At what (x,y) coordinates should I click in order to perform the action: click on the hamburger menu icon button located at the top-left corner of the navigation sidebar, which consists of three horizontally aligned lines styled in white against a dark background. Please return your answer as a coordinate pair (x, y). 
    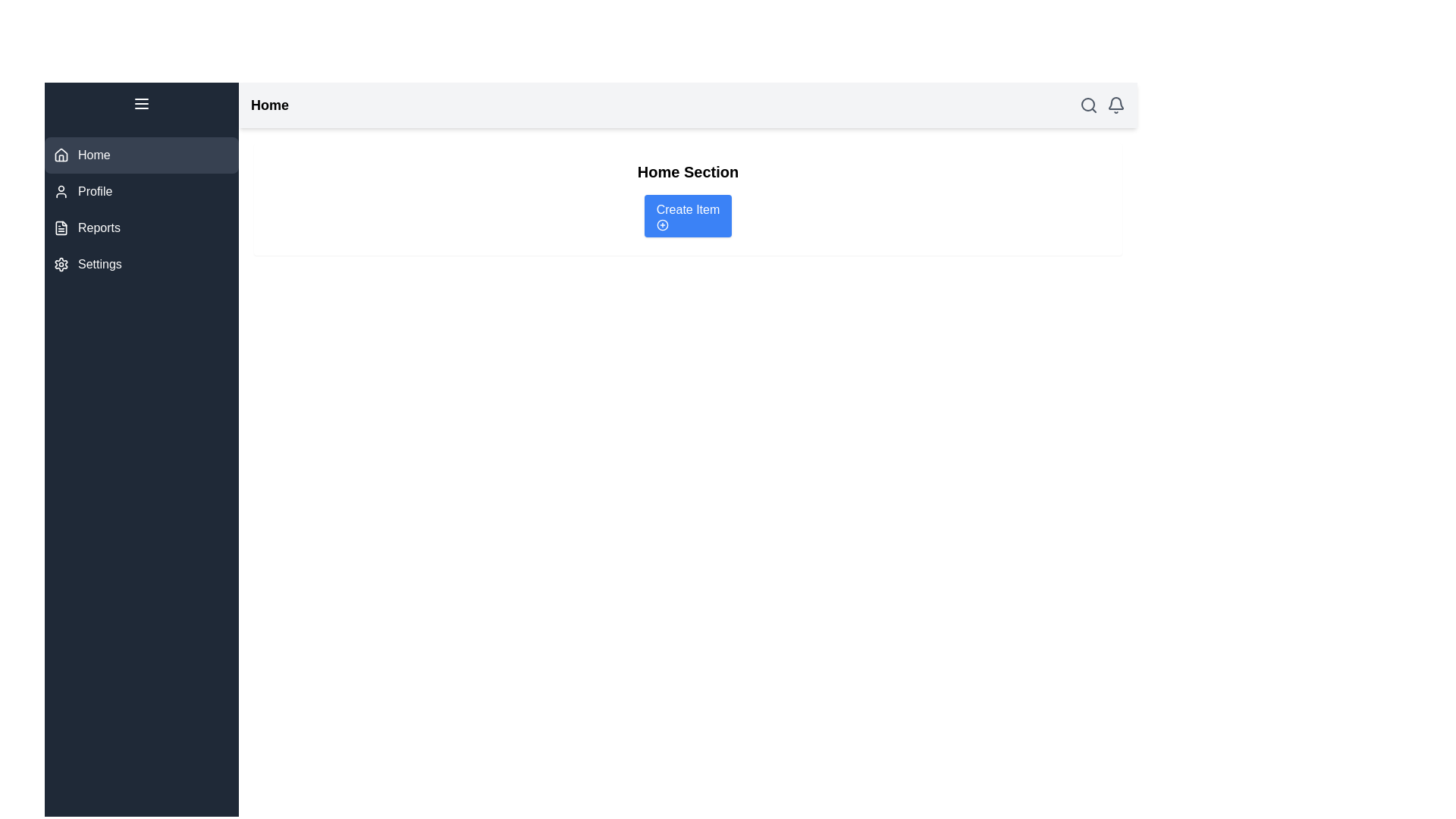
    Looking at the image, I should click on (142, 103).